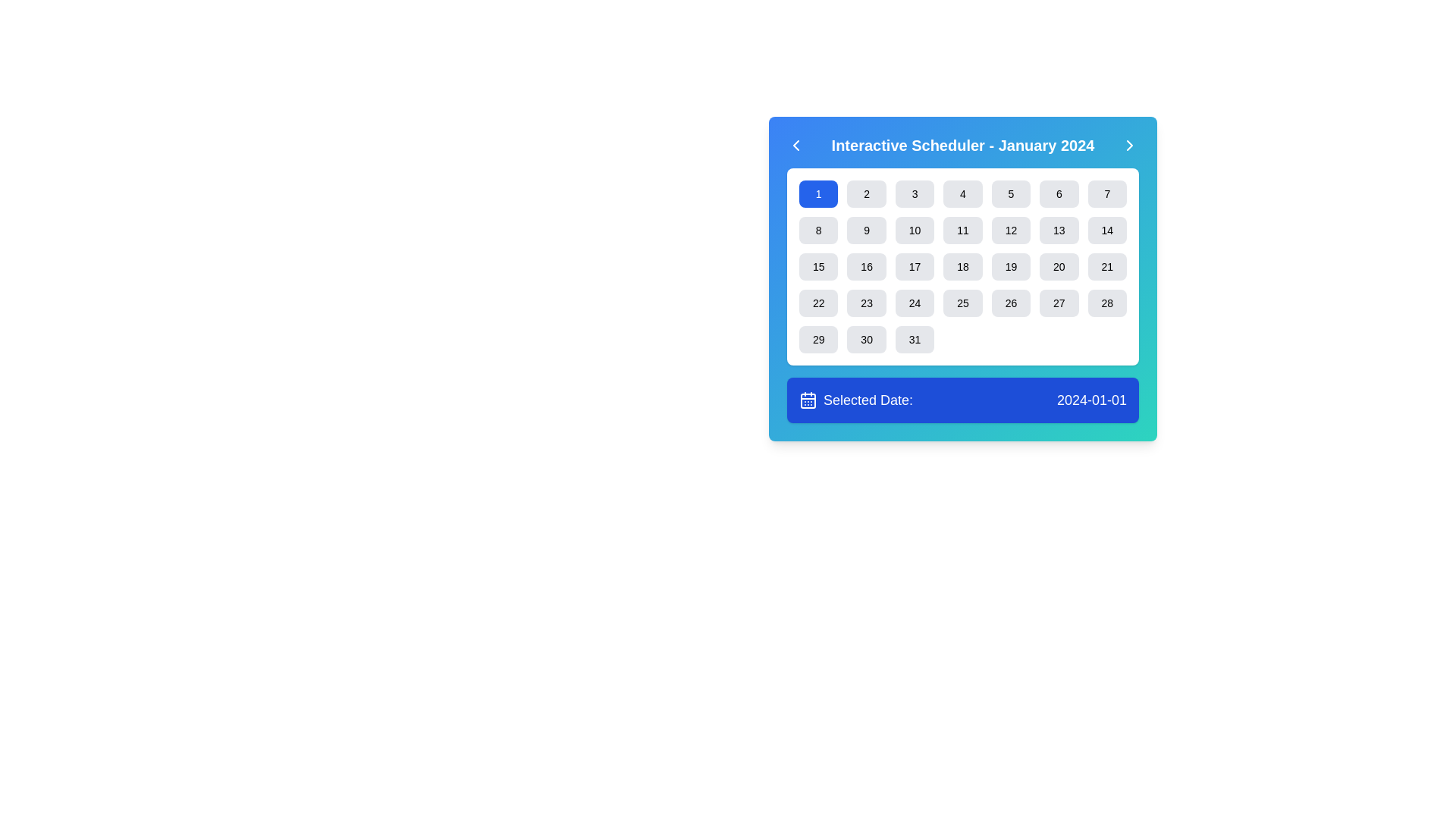  Describe the element at coordinates (1107, 231) in the screenshot. I see `the button displaying the date '14' in the calendar grid layout` at that location.